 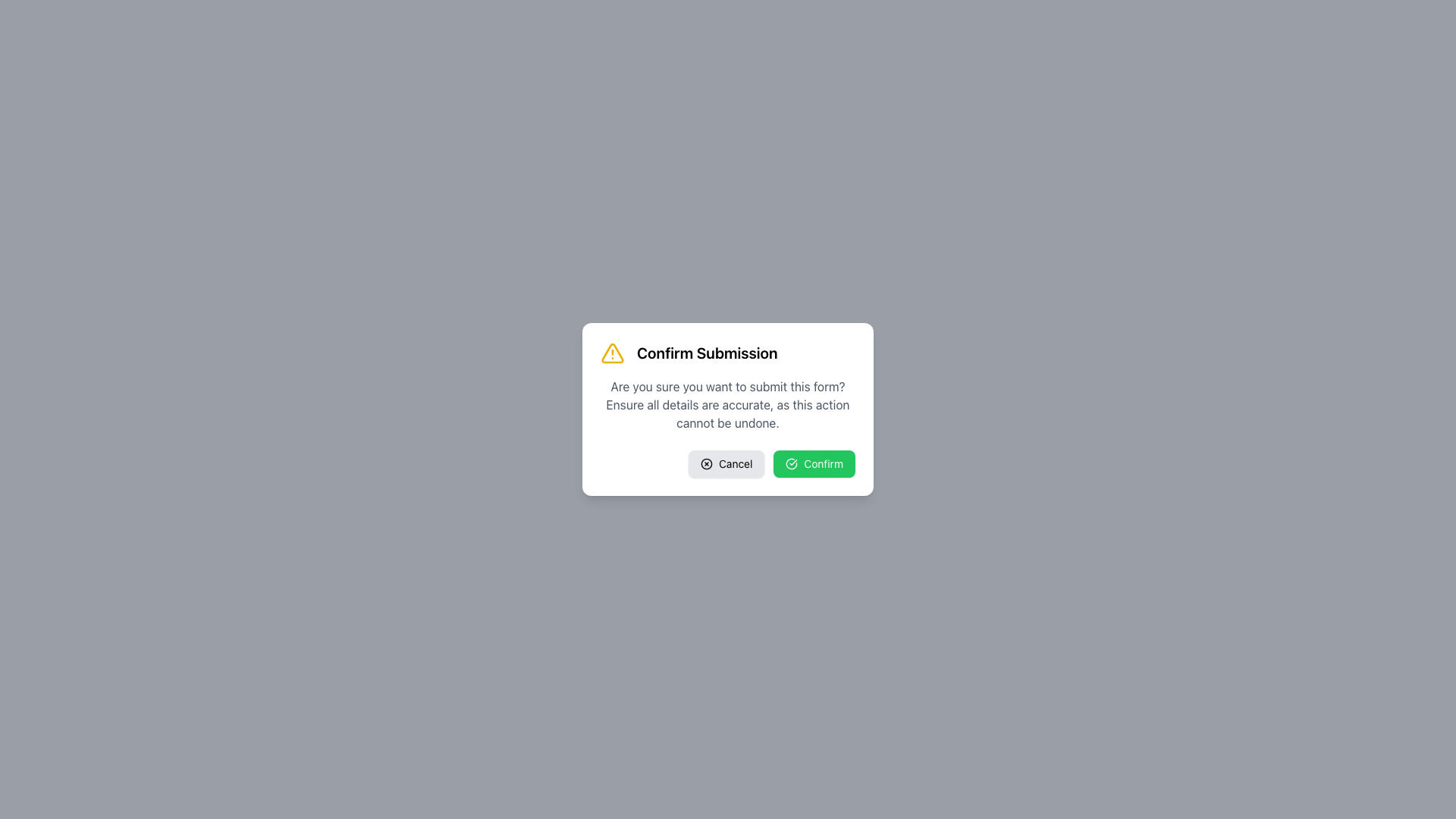 I want to click on the 'Cancel' button icon, which visually indicates the cancelation action and is positioned to the left of the button text within the modal, so click(x=705, y=463).